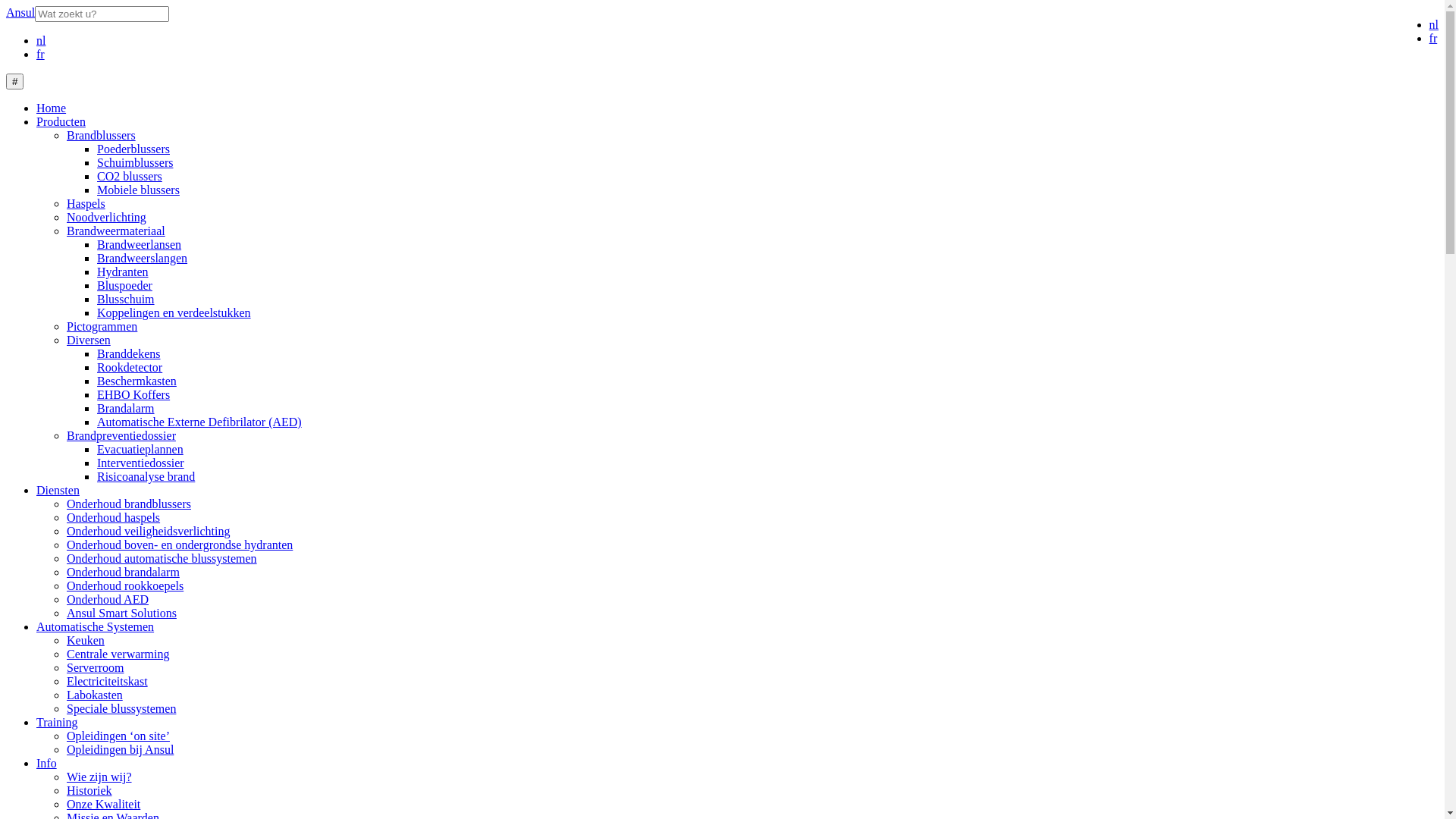  What do you see at coordinates (112, 516) in the screenshot?
I see `'Onderhoud haspels'` at bounding box center [112, 516].